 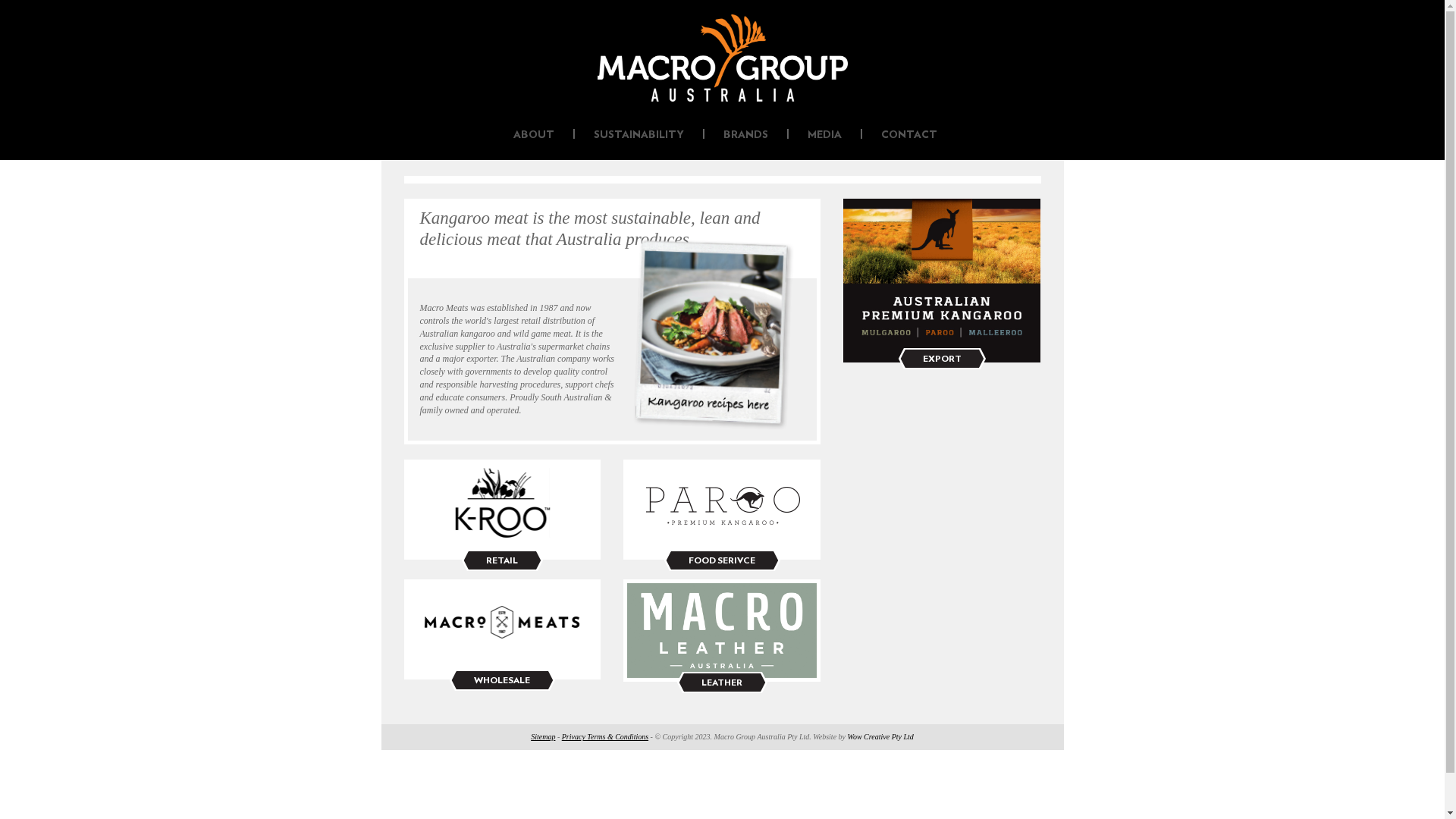 What do you see at coordinates (909, 133) in the screenshot?
I see `'CONTACT'` at bounding box center [909, 133].